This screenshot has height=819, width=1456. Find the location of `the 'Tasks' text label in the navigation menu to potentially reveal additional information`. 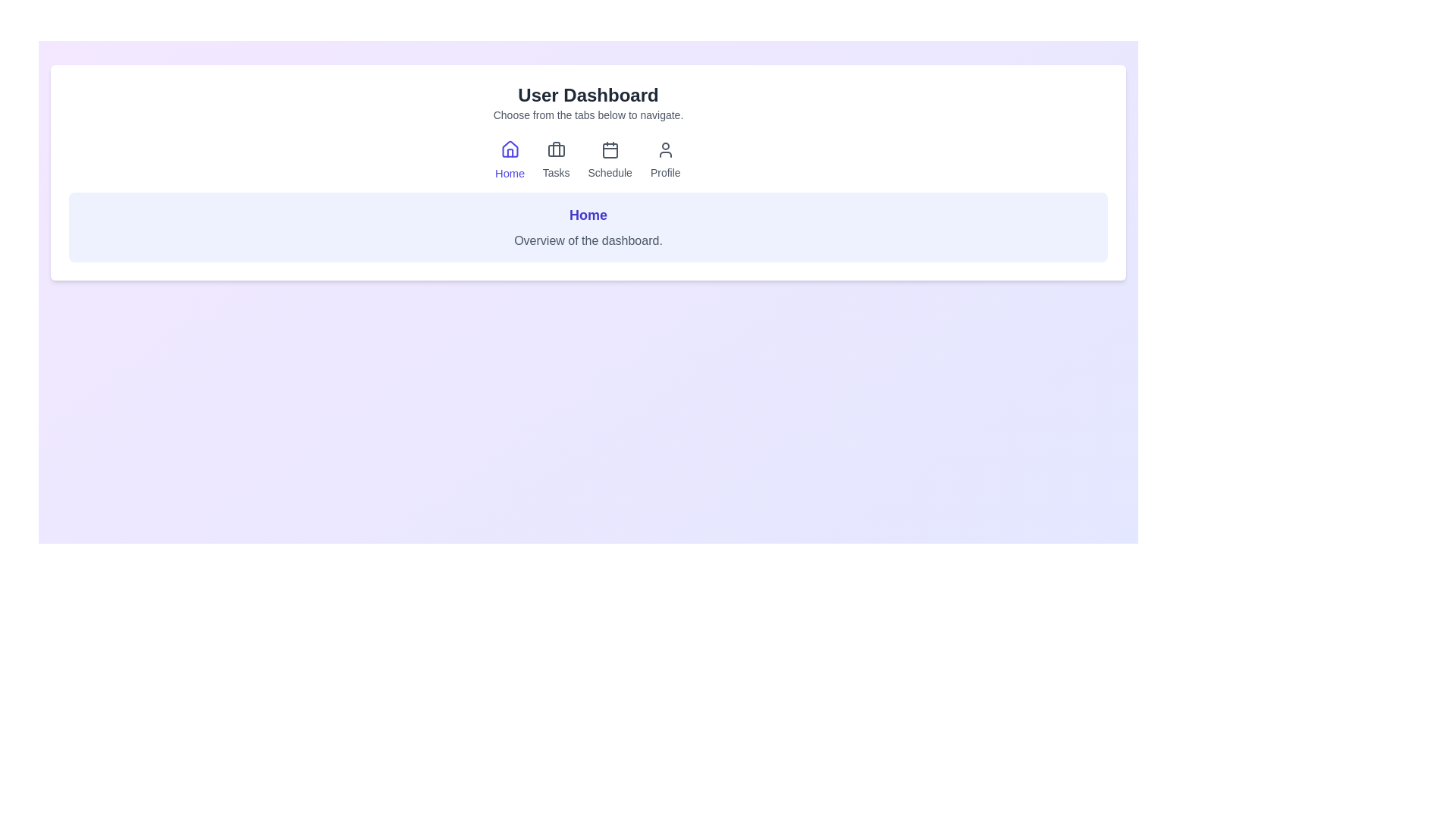

the 'Tasks' text label in the navigation menu to potentially reveal additional information is located at coordinates (555, 171).